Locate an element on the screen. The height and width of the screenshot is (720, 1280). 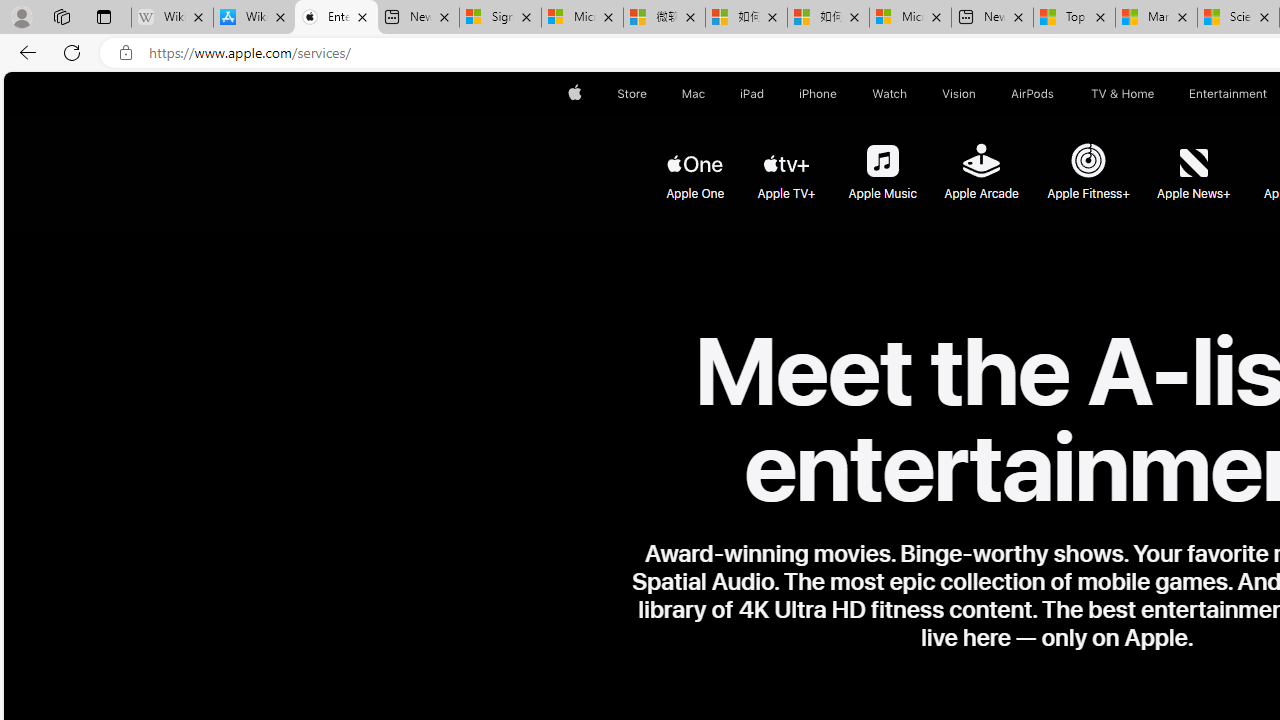
'Apple TV+' is located at coordinates (787, 162).